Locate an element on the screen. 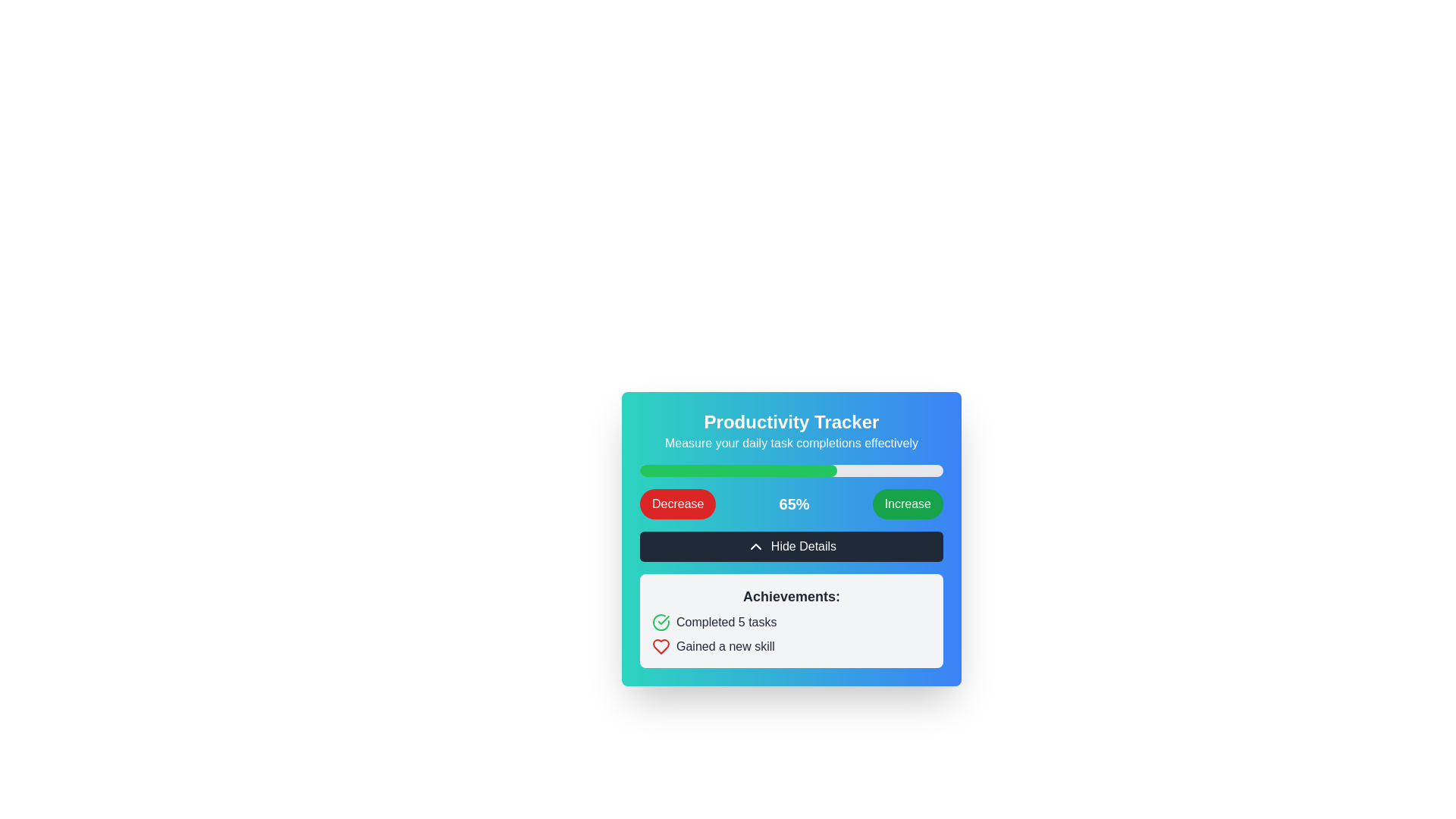  the button that decreases the percentage value in the 'Productivity Tracker' interface to trigger its hover effect is located at coordinates (677, 504).